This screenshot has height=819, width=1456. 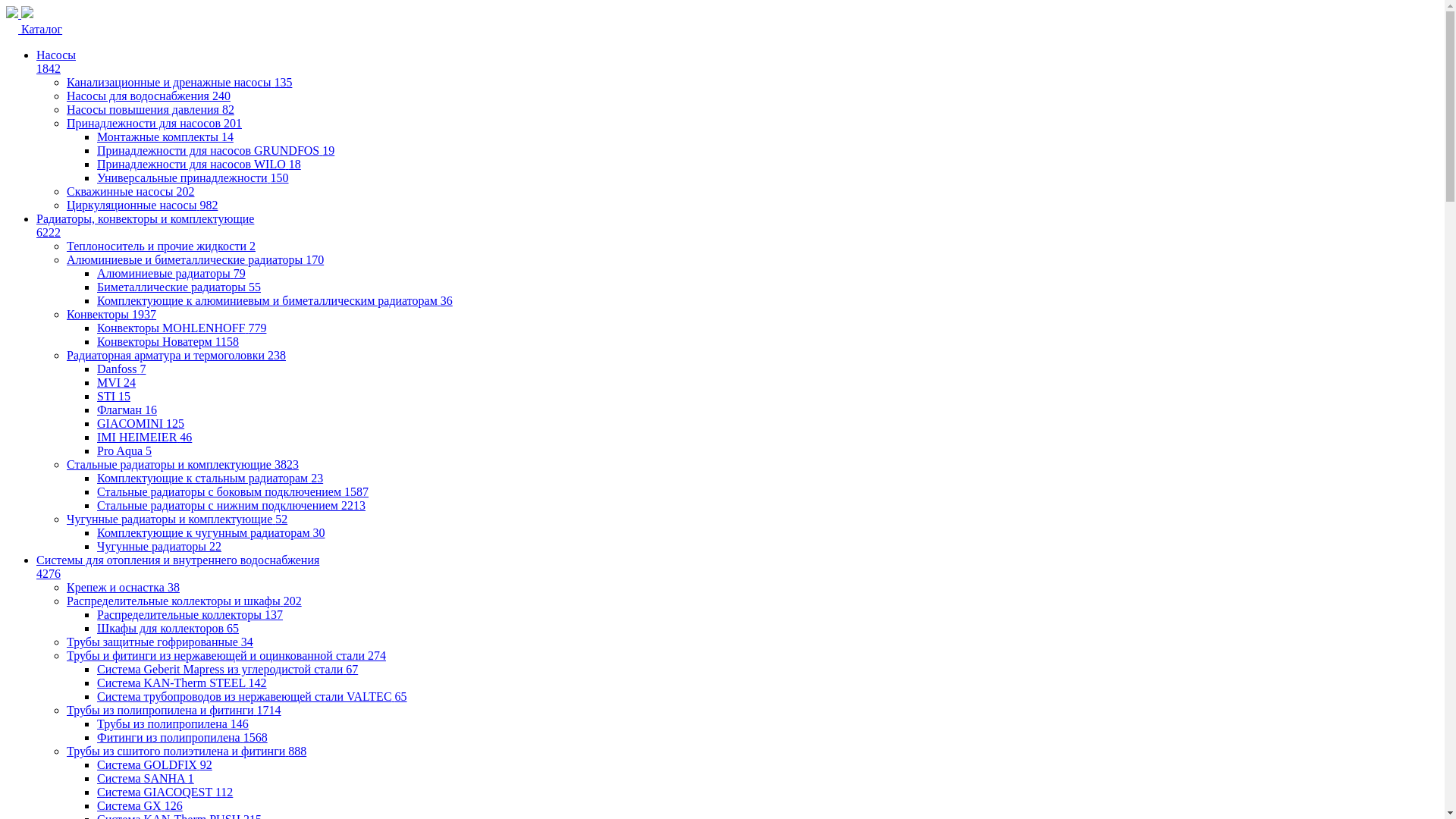 I want to click on 'Danfoss 7', so click(x=120, y=369).